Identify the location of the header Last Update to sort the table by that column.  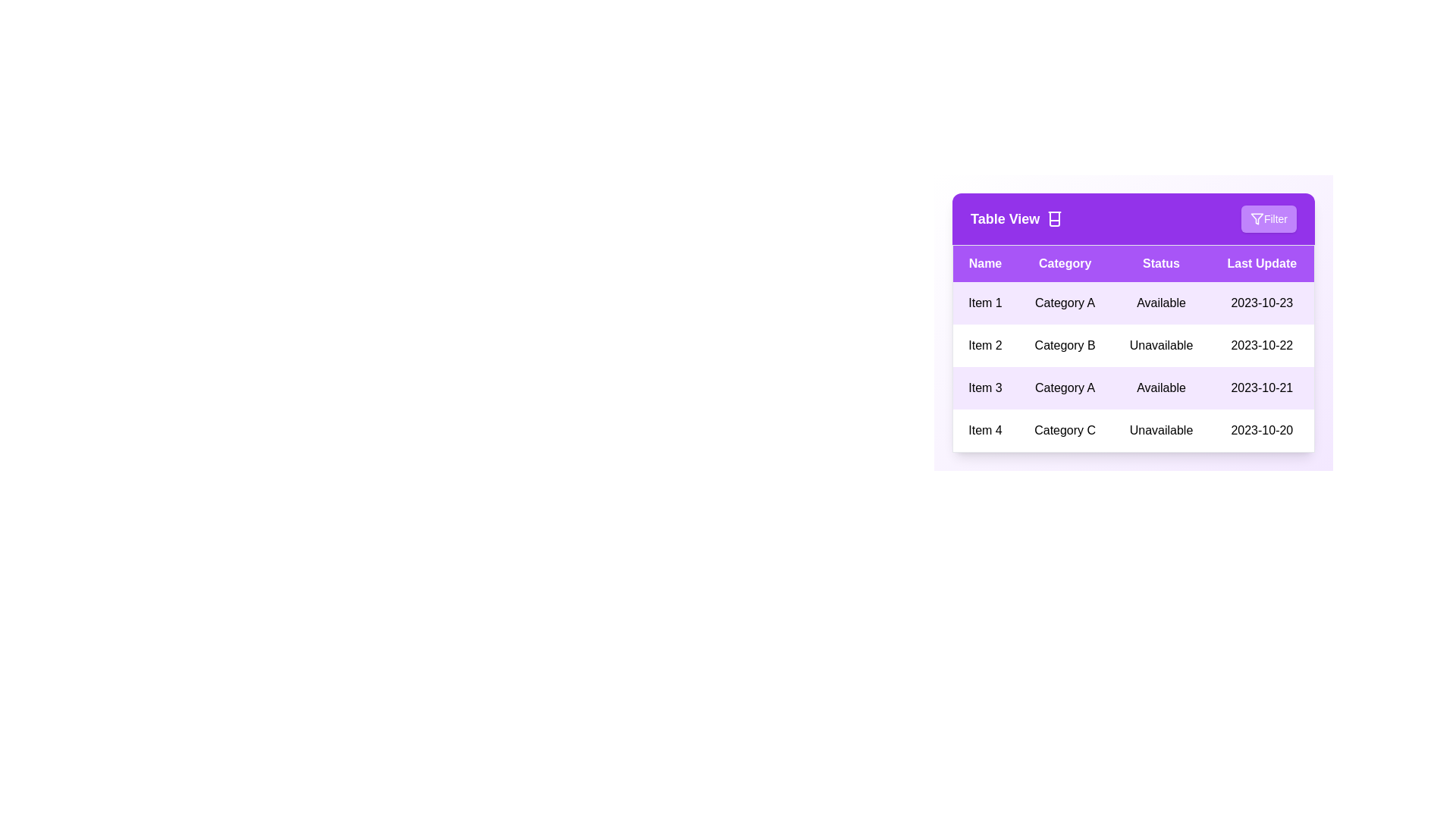
(1262, 262).